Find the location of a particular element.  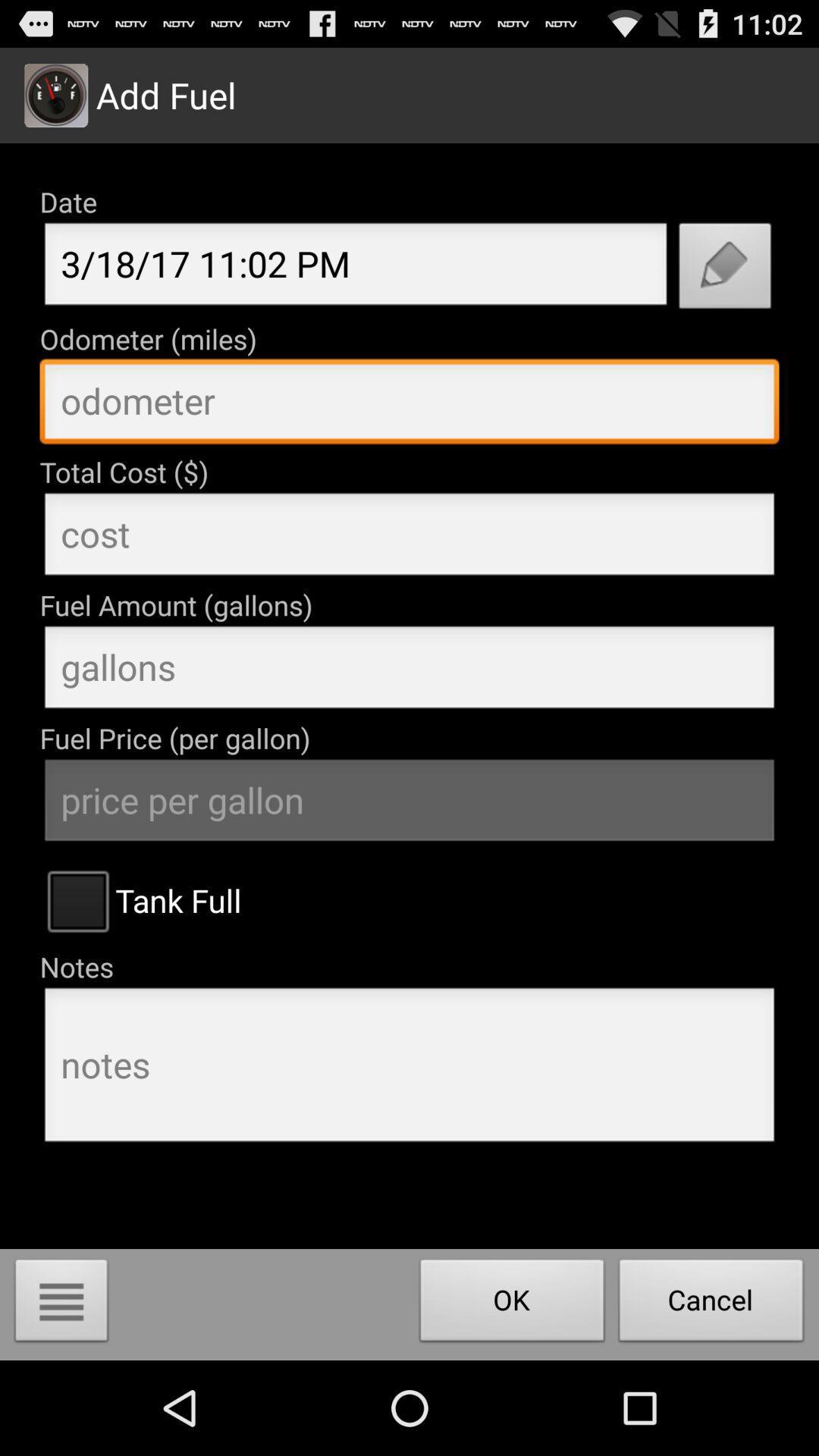

ok button left to cancel button is located at coordinates (512, 1304).